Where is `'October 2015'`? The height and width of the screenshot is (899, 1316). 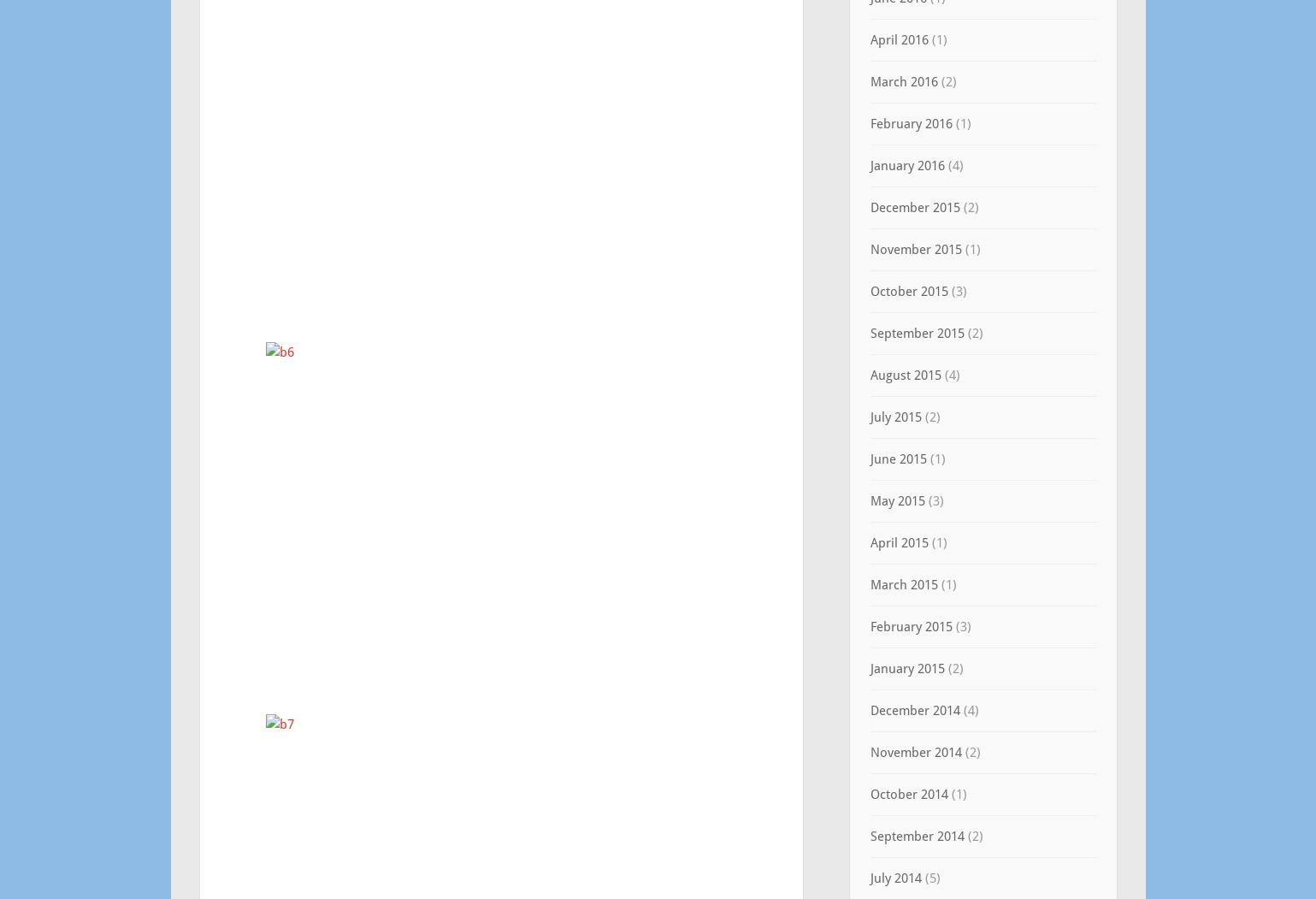
'October 2015' is located at coordinates (907, 292).